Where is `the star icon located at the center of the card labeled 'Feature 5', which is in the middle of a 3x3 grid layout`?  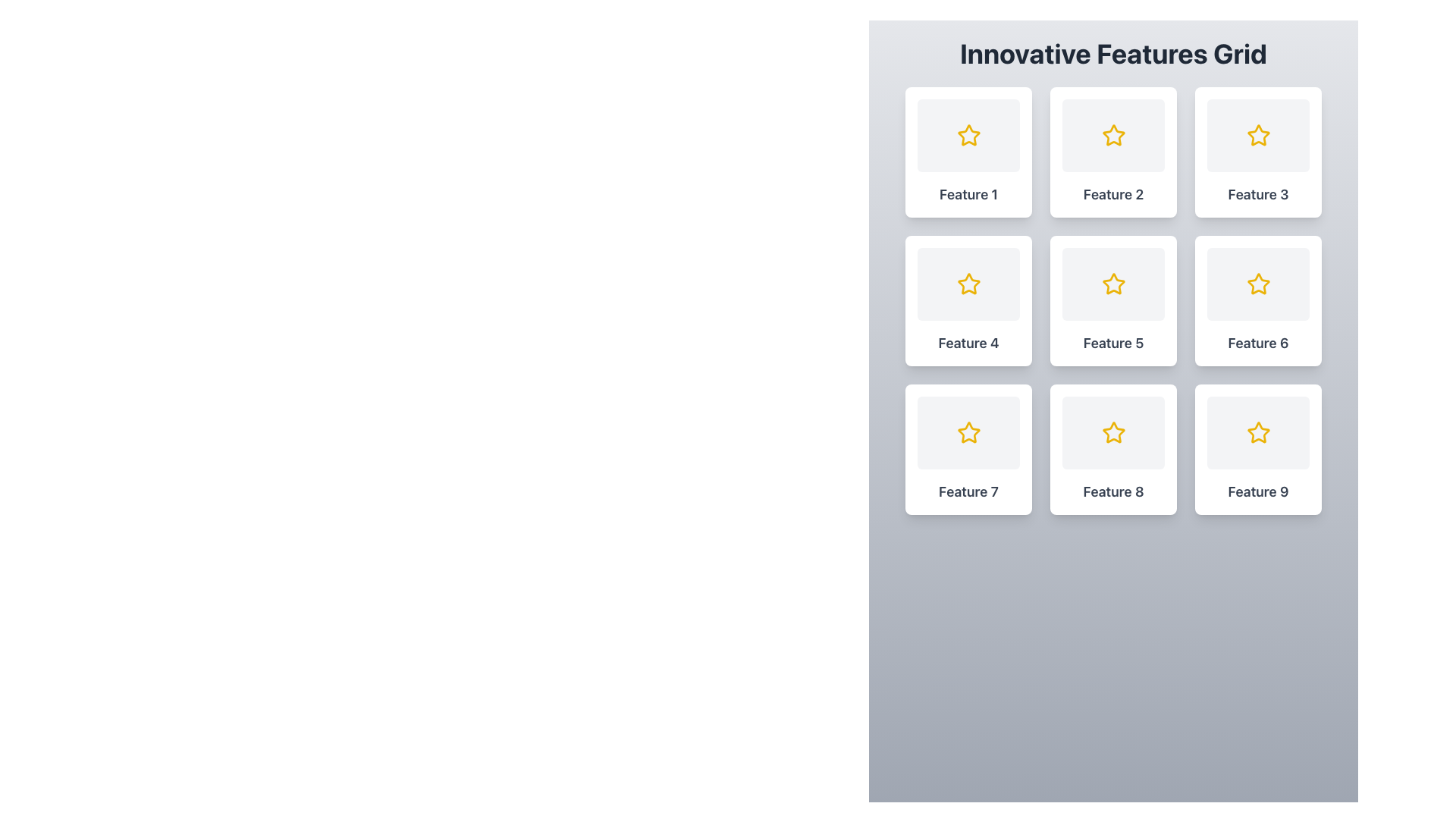 the star icon located at the center of the card labeled 'Feature 5', which is in the middle of a 3x3 grid layout is located at coordinates (1113, 284).